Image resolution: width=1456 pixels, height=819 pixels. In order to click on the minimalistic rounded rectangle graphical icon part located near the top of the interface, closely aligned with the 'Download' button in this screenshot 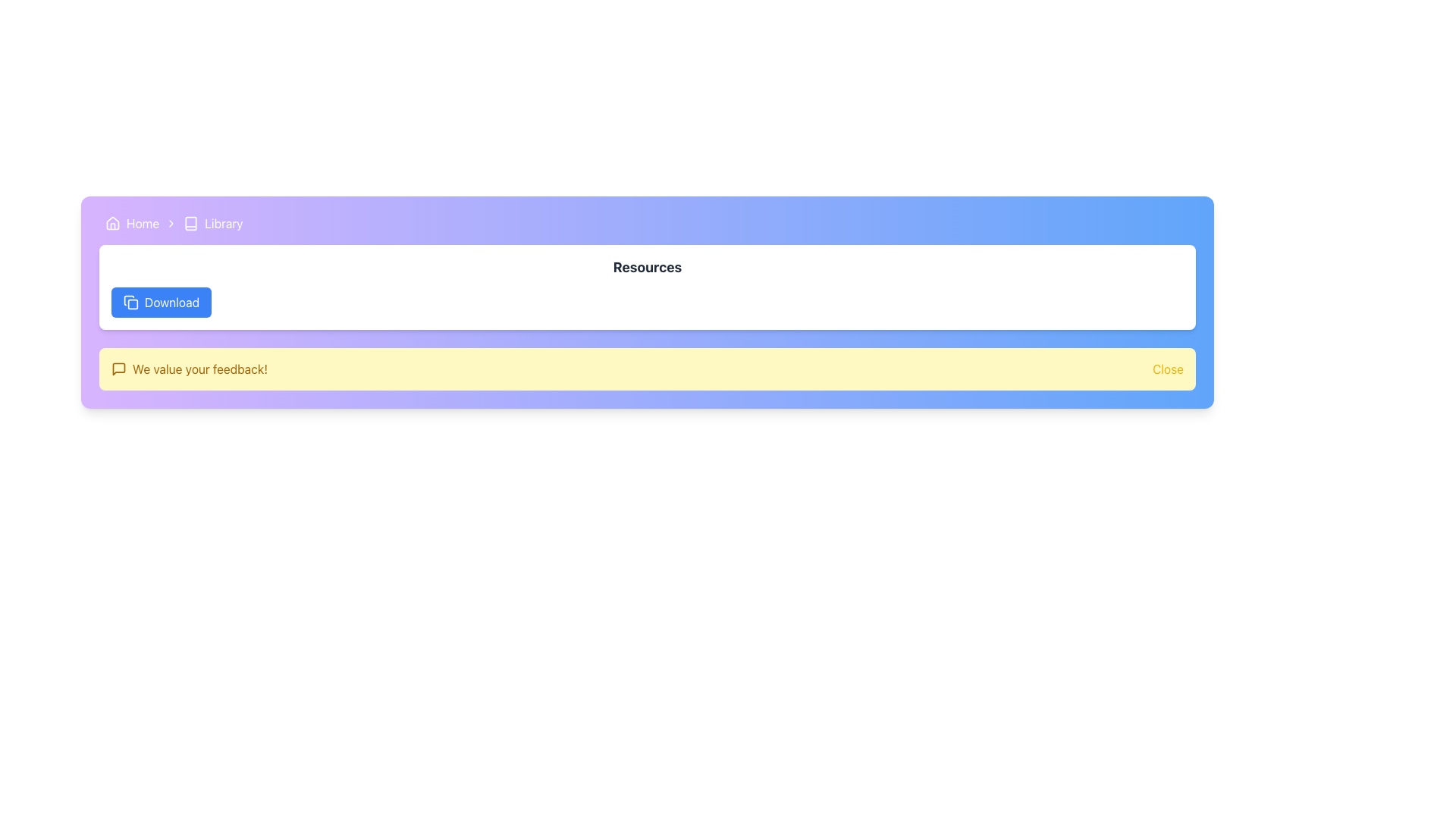, I will do `click(133, 304)`.